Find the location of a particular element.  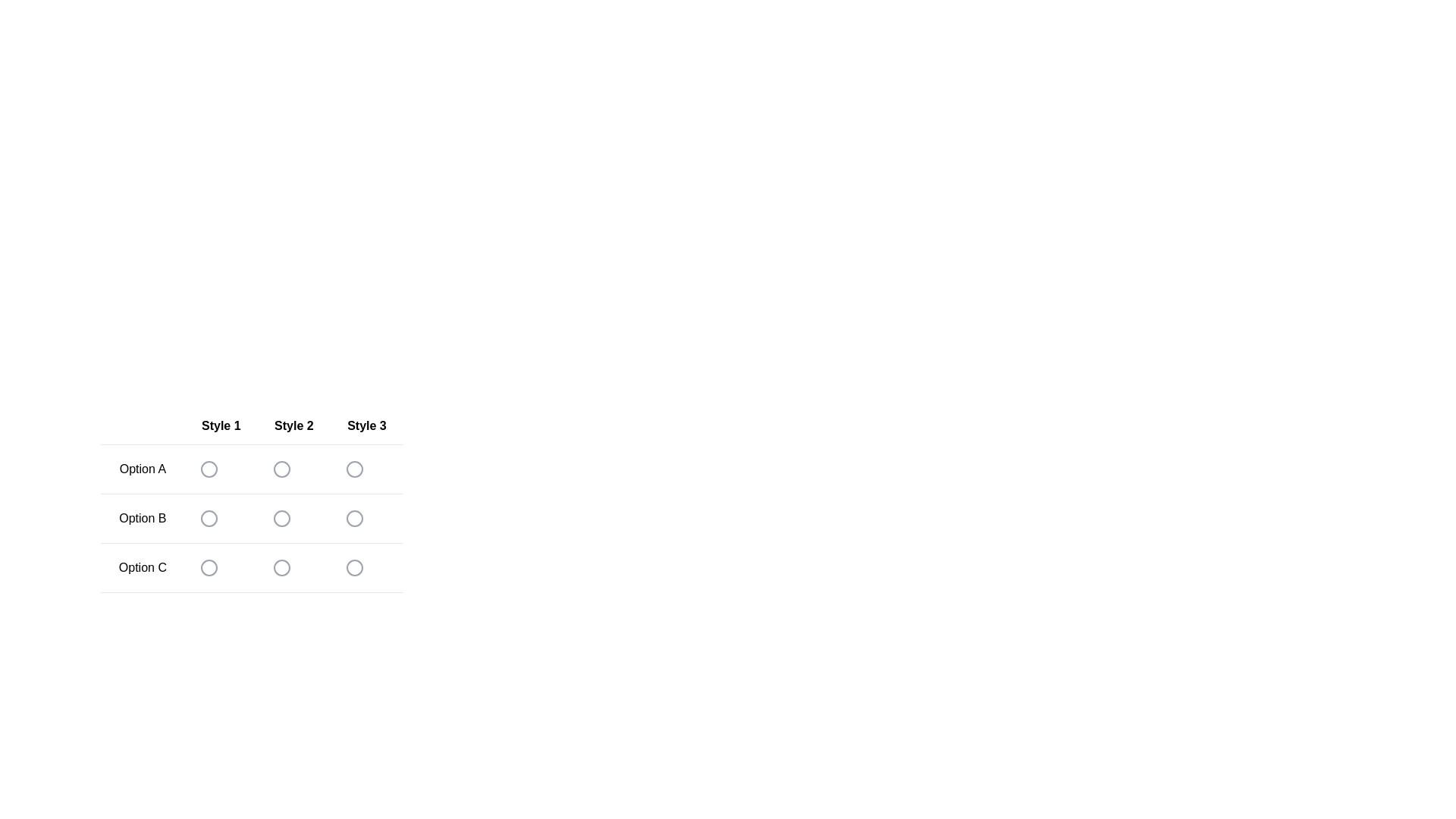

the radio button indicator for 'Option C' in the third row and third column of the grid to indicate focus is located at coordinates (353, 567).